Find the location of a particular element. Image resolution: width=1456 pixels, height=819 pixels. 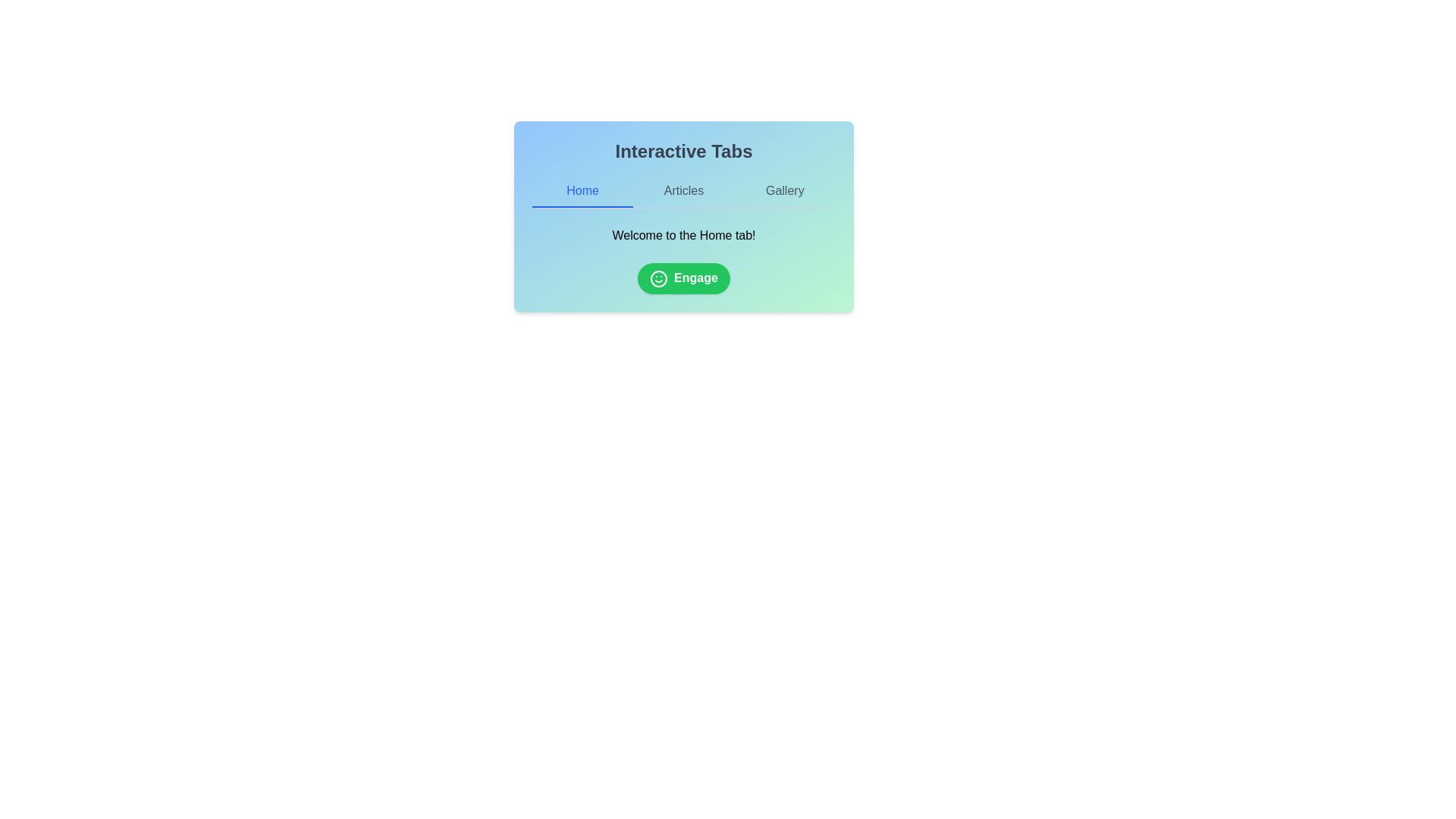

the 'Home' navigation tab in the navigation bar to potentially reveal visual changes is located at coordinates (582, 191).